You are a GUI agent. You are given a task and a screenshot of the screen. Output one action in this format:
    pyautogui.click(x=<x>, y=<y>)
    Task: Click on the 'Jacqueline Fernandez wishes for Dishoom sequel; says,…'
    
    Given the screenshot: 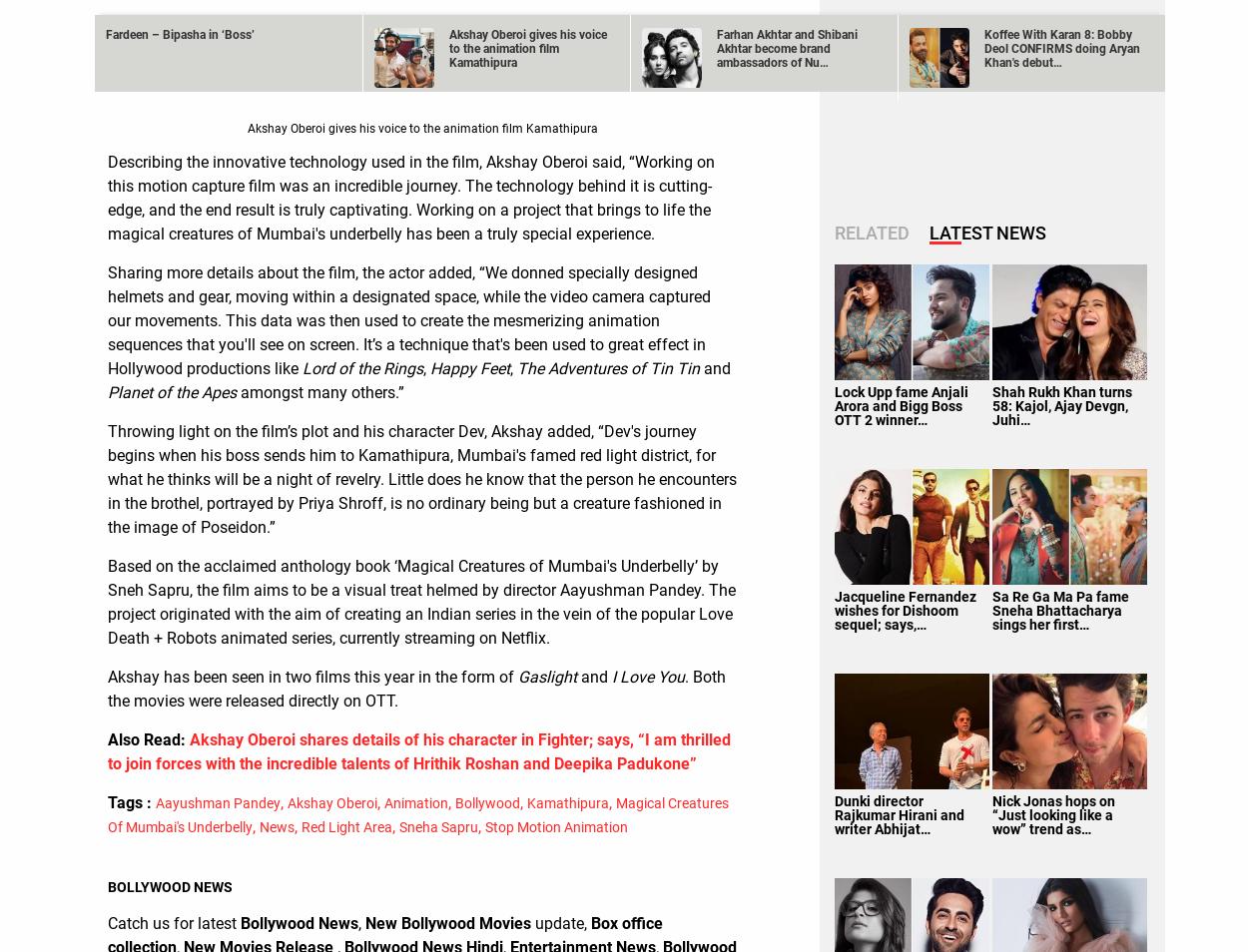 What is the action you would take?
    pyautogui.click(x=906, y=609)
    